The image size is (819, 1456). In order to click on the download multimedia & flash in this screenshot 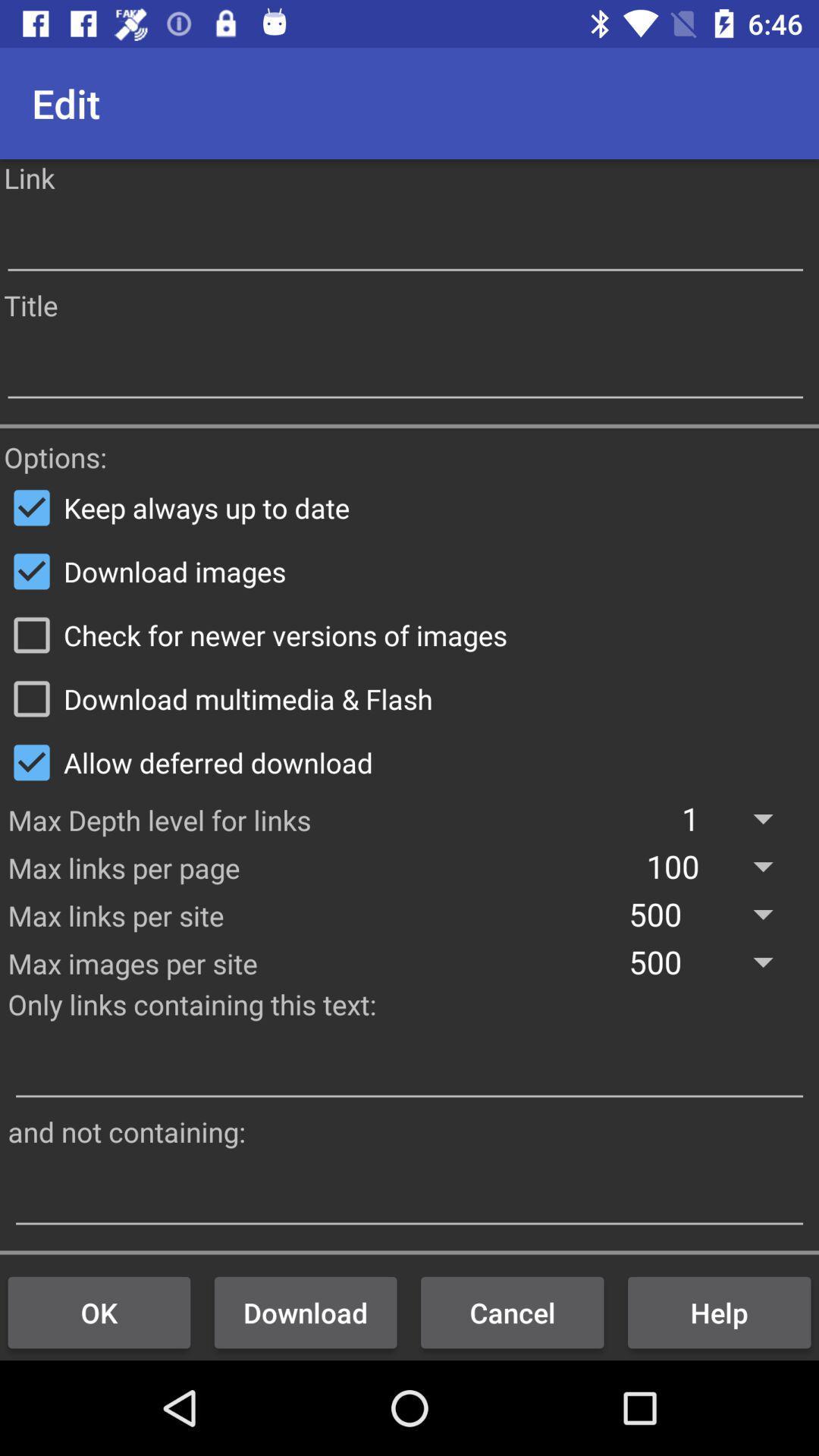, I will do `click(409, 698)`.